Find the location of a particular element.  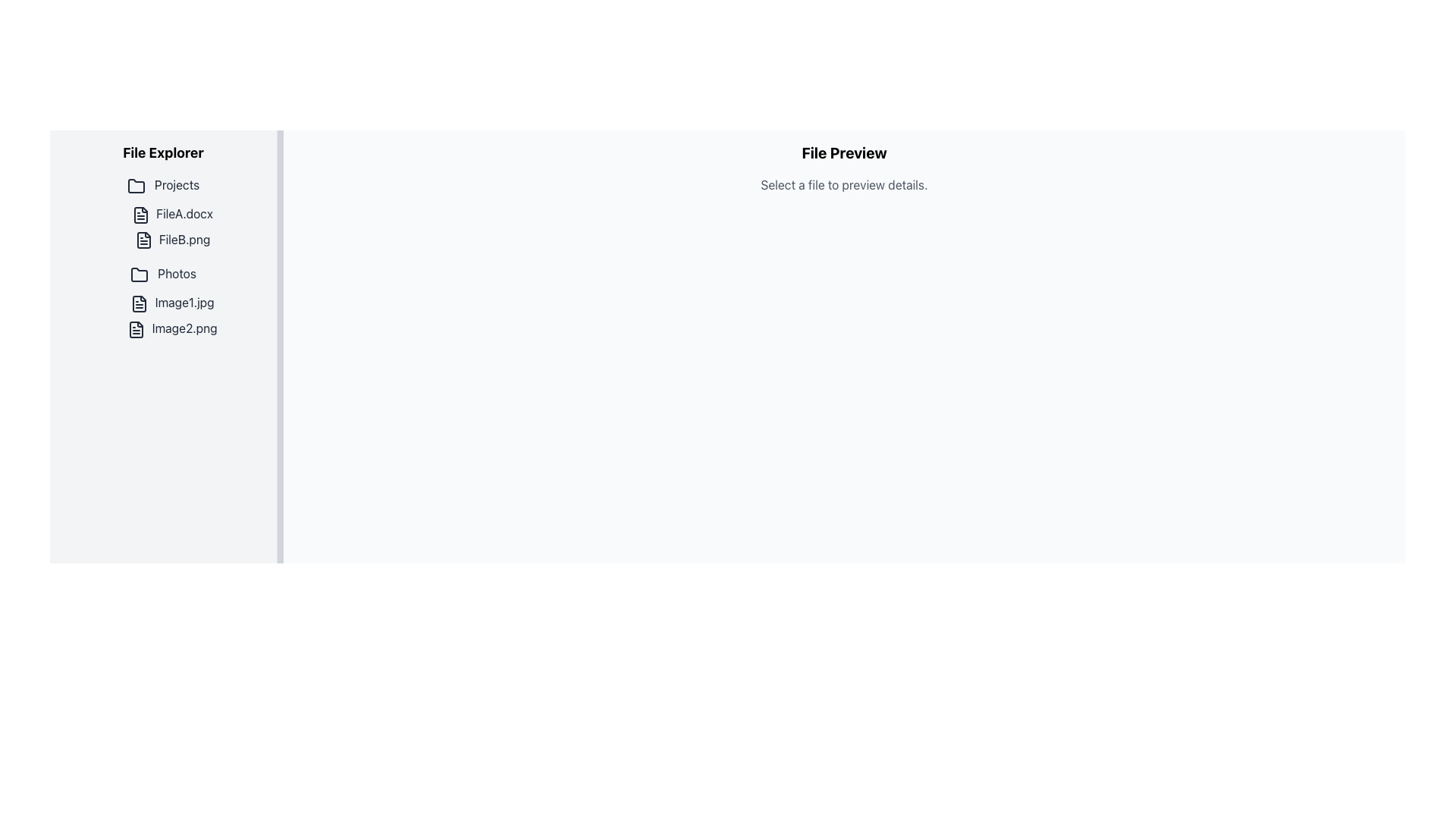

the document icon representing 'FileB.png' is located at coordinates (143, 240).